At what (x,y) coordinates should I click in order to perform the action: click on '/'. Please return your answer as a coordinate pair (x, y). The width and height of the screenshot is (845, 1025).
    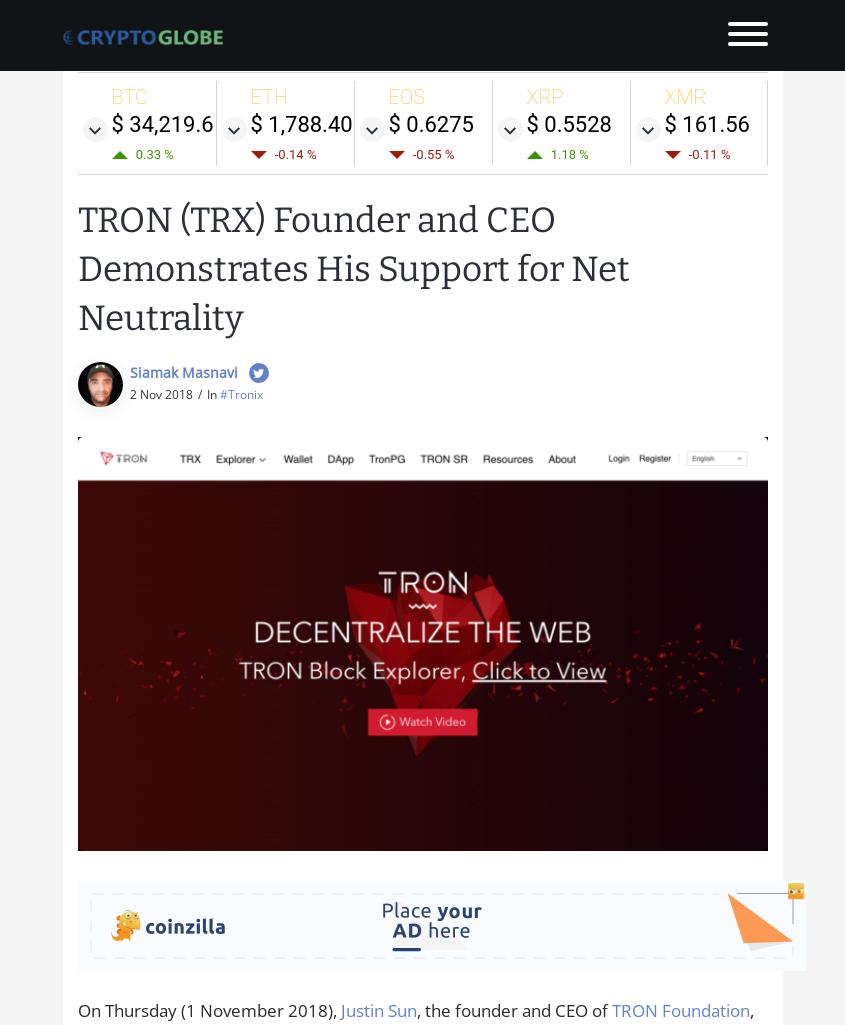
    Looking at the image, I should click on (197, 393).